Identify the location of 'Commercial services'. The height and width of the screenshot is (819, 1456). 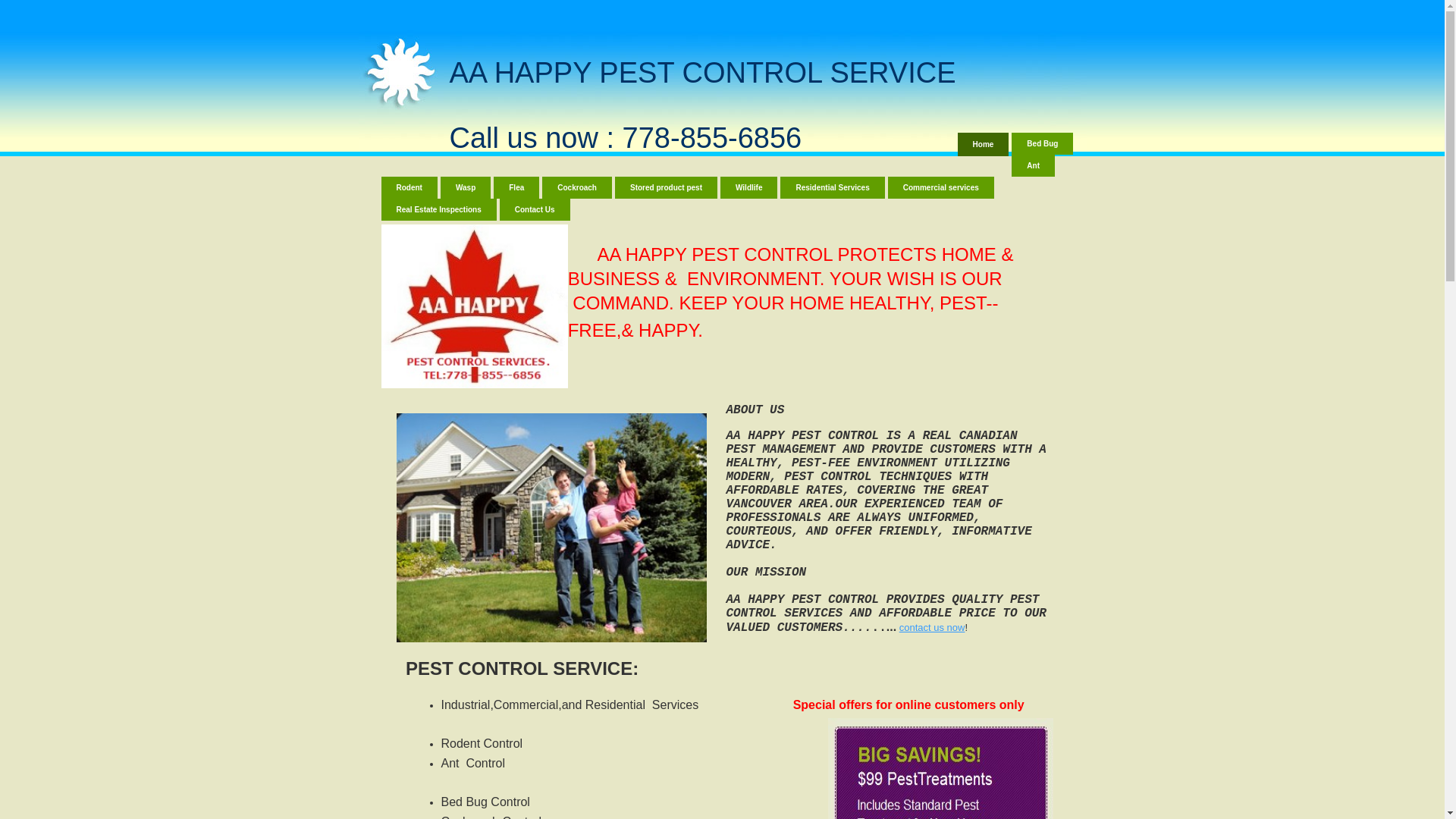
(940, 187).